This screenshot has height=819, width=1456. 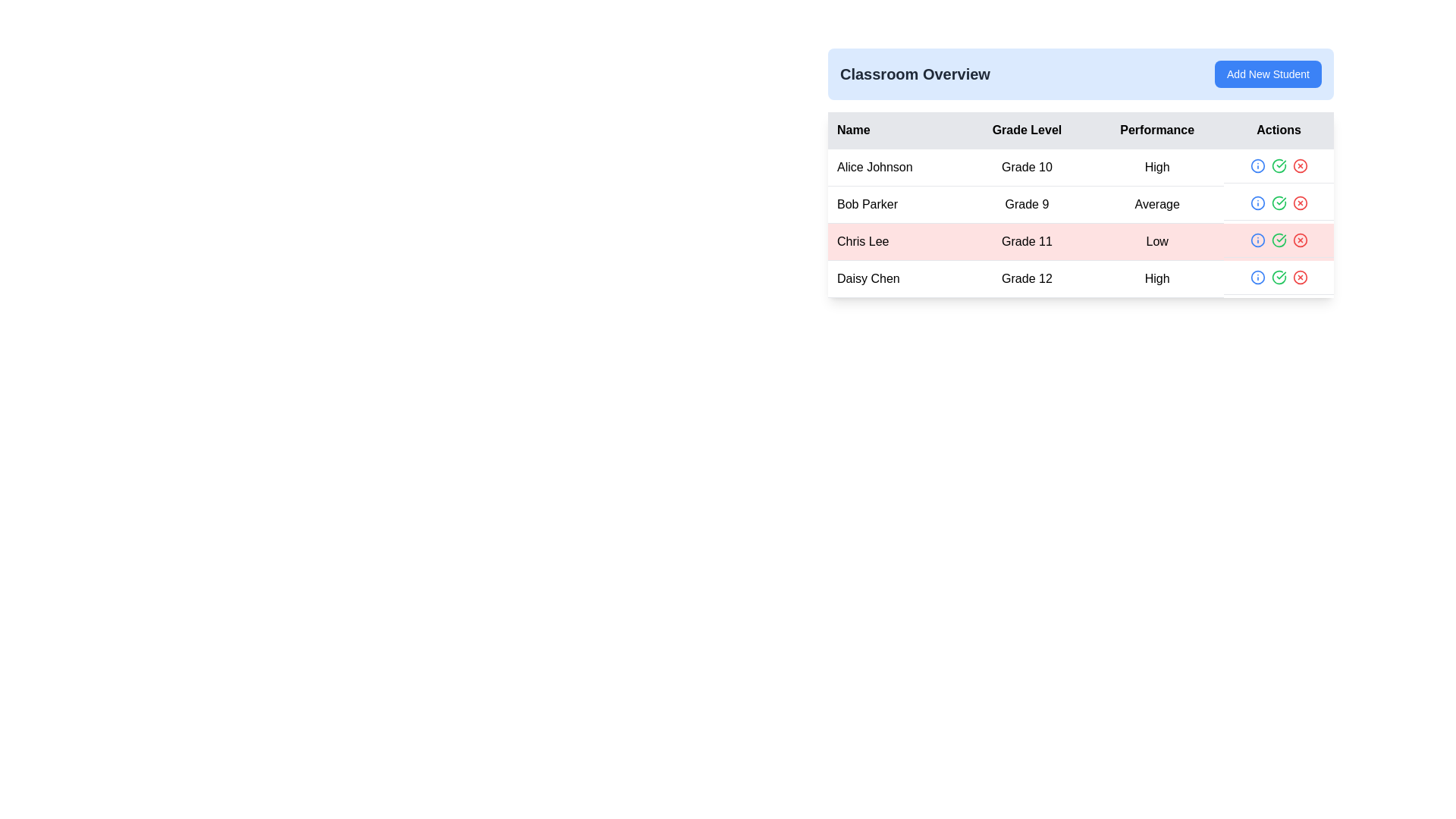 I want to click on the static text label containing the word 'Average' located in the 'Performance' column of the data table, aligned with the row of 'Bob Parker', so click(x=1156, y=205).